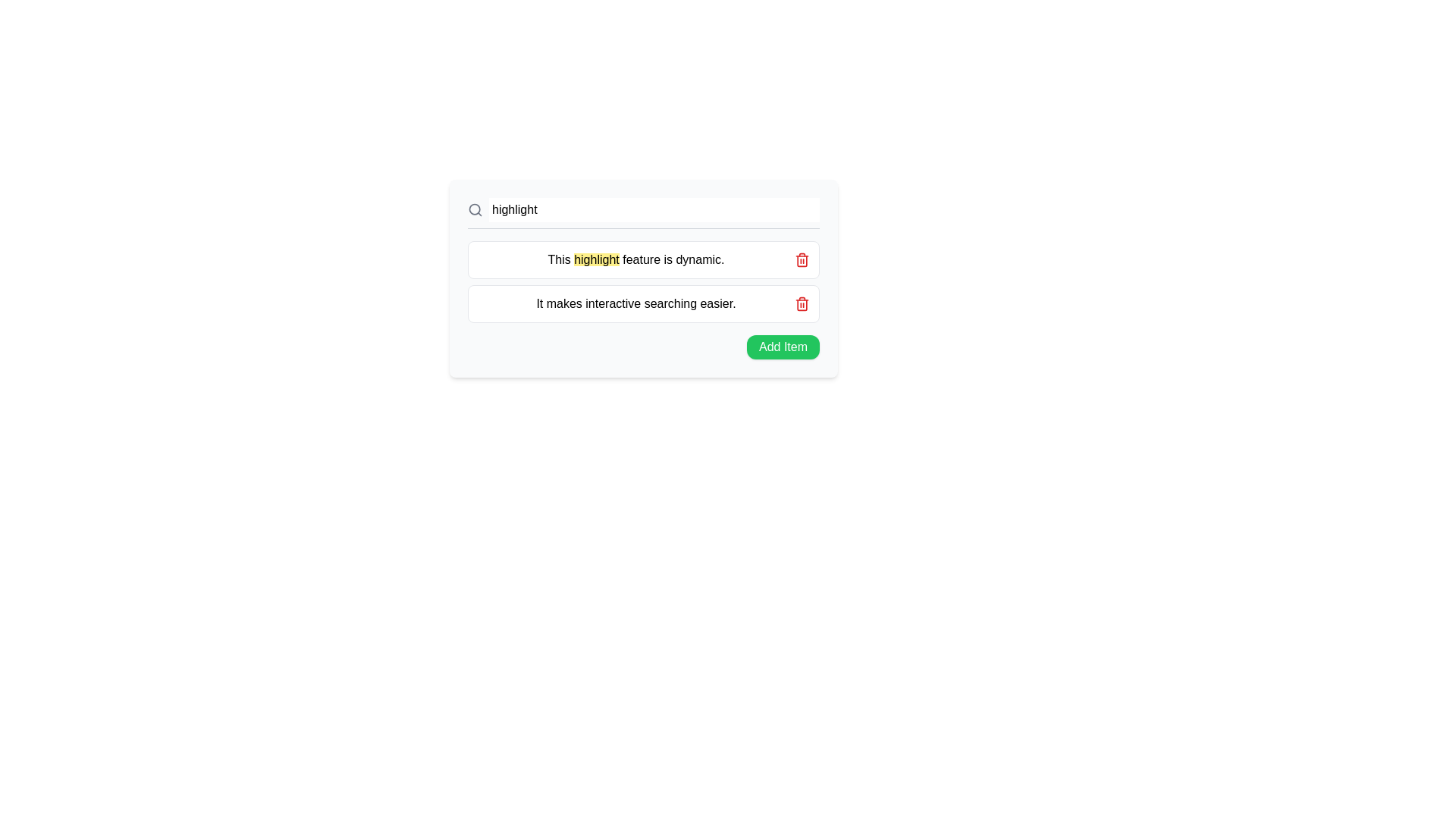 This screenshot has width=1456, height=819. What do you see at coordinates (783, 347) in the screenshot?
I see `the green button with rounded corners labeled 'Add Item'` at bounding box center [783, 347].